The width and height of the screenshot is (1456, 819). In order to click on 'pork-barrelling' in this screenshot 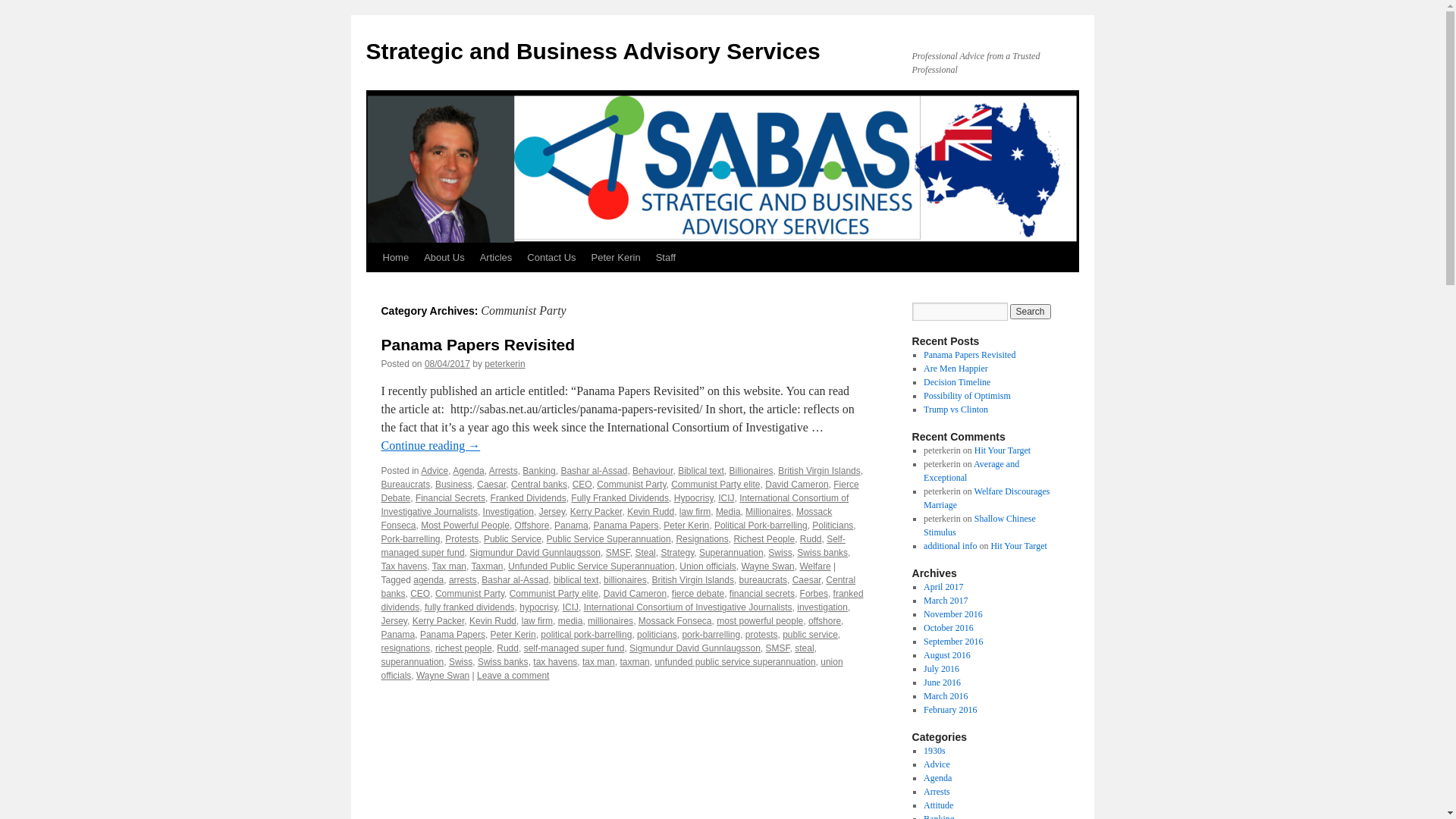, I will do `click(710, 635)`.